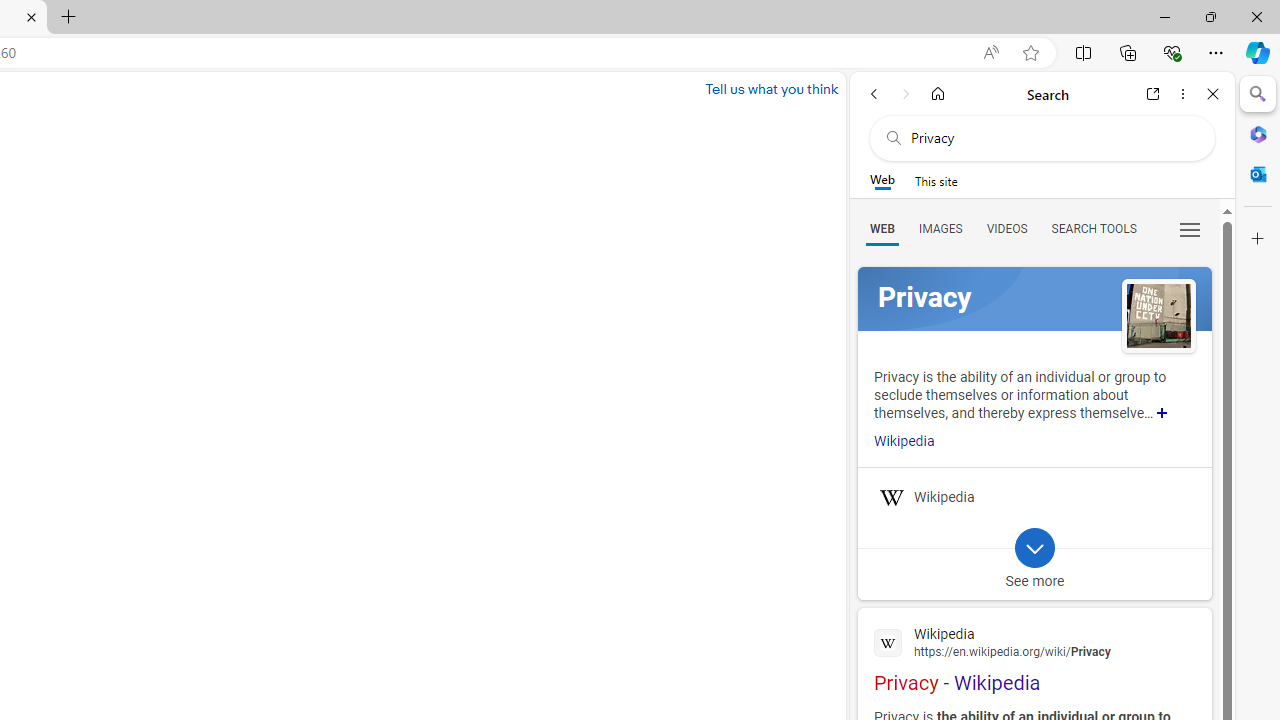  I want to click on 'Show more', so click(1162, 412).